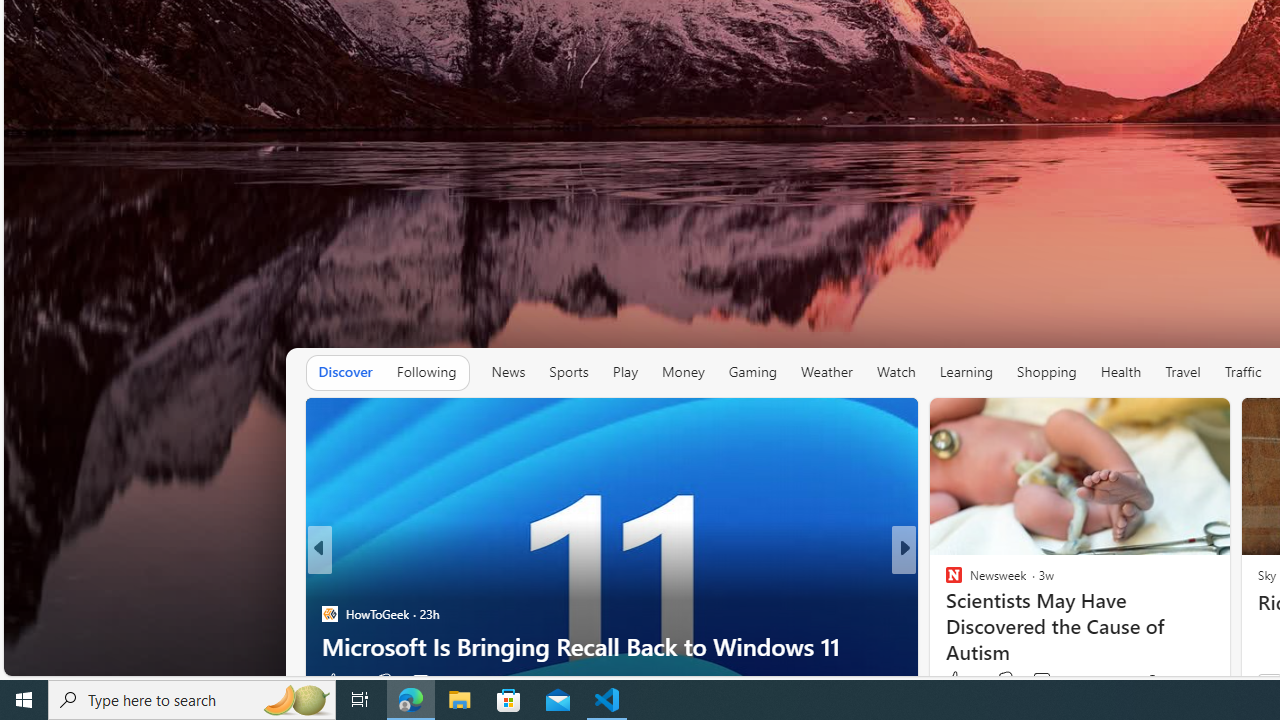 The image size is (1280, 720). I want to click on '307 Like', so click(958, 680).